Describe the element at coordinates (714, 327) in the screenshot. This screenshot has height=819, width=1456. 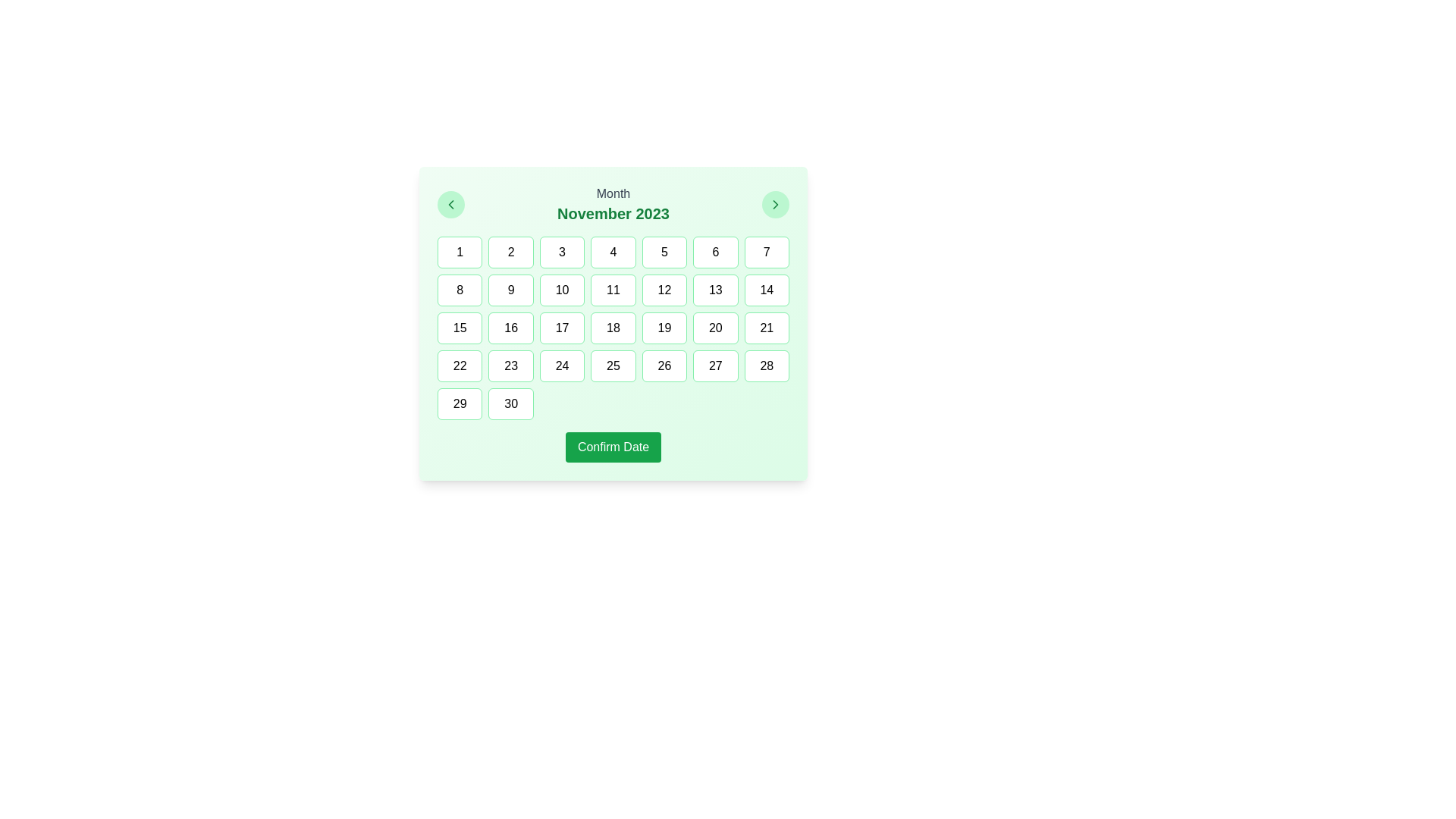
I see `the button representing the 20th of November 2023 in the calendar interface` at that location.